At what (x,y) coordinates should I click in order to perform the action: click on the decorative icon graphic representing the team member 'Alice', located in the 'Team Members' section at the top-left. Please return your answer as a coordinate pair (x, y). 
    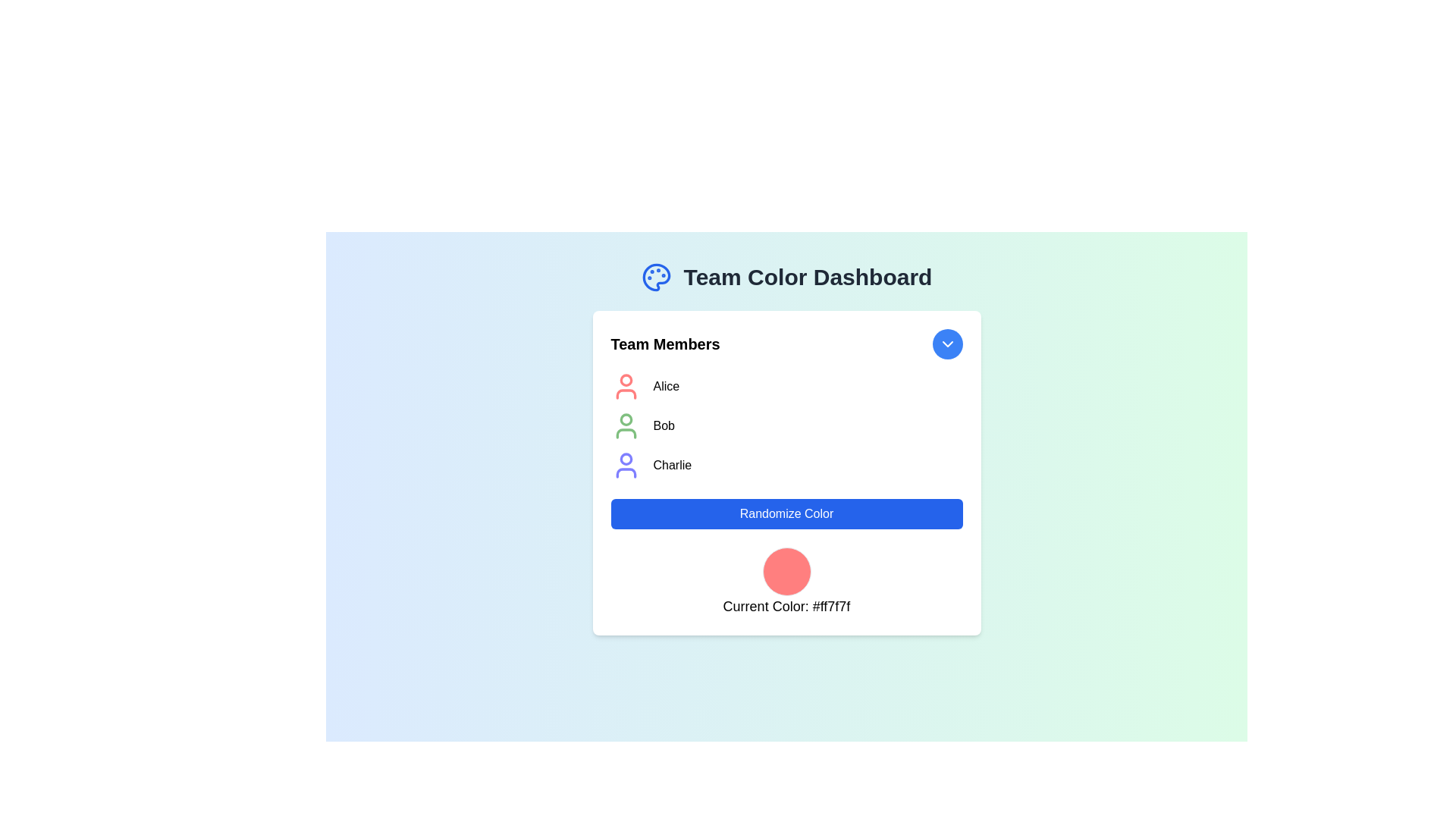
    Looking at the image, I should click on (626, 394).